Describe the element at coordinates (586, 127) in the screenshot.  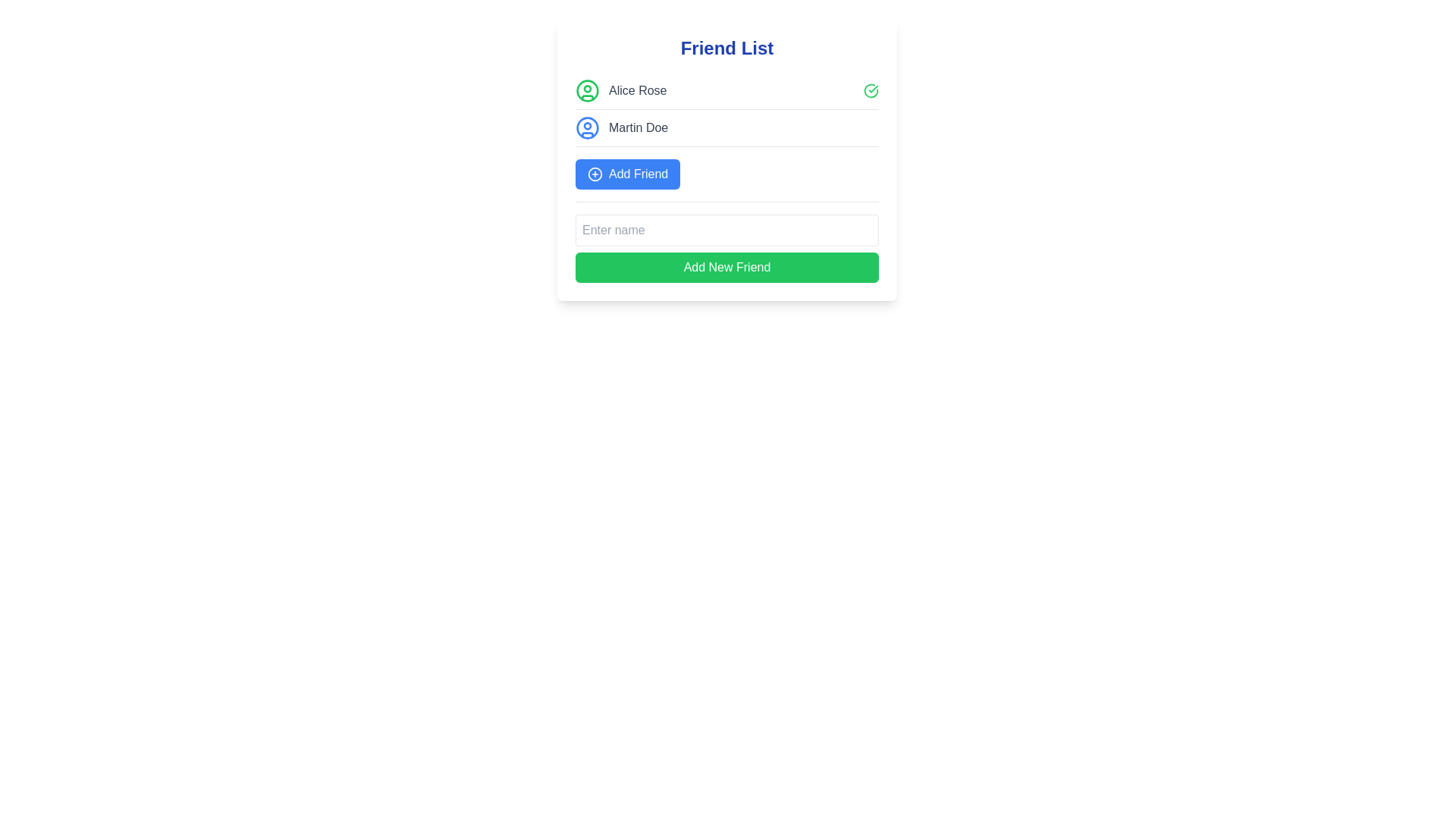
I see `the circular blue outlined user profile icon located to the left of the text 'Martin Doe' in the interface` at that location.